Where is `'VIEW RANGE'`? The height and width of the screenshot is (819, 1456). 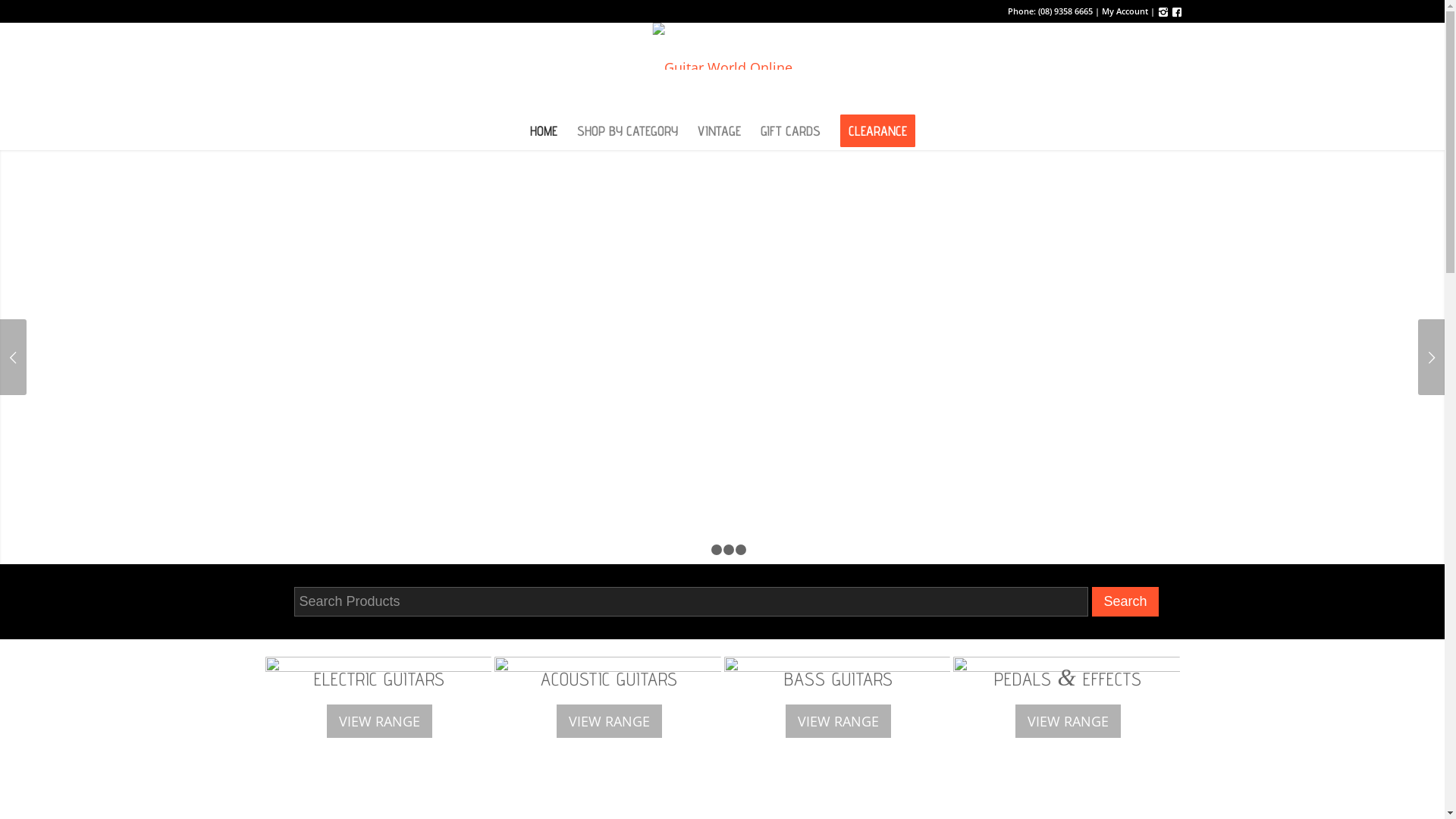 'VIEW RANGE' is located at coordinates (783, 720).